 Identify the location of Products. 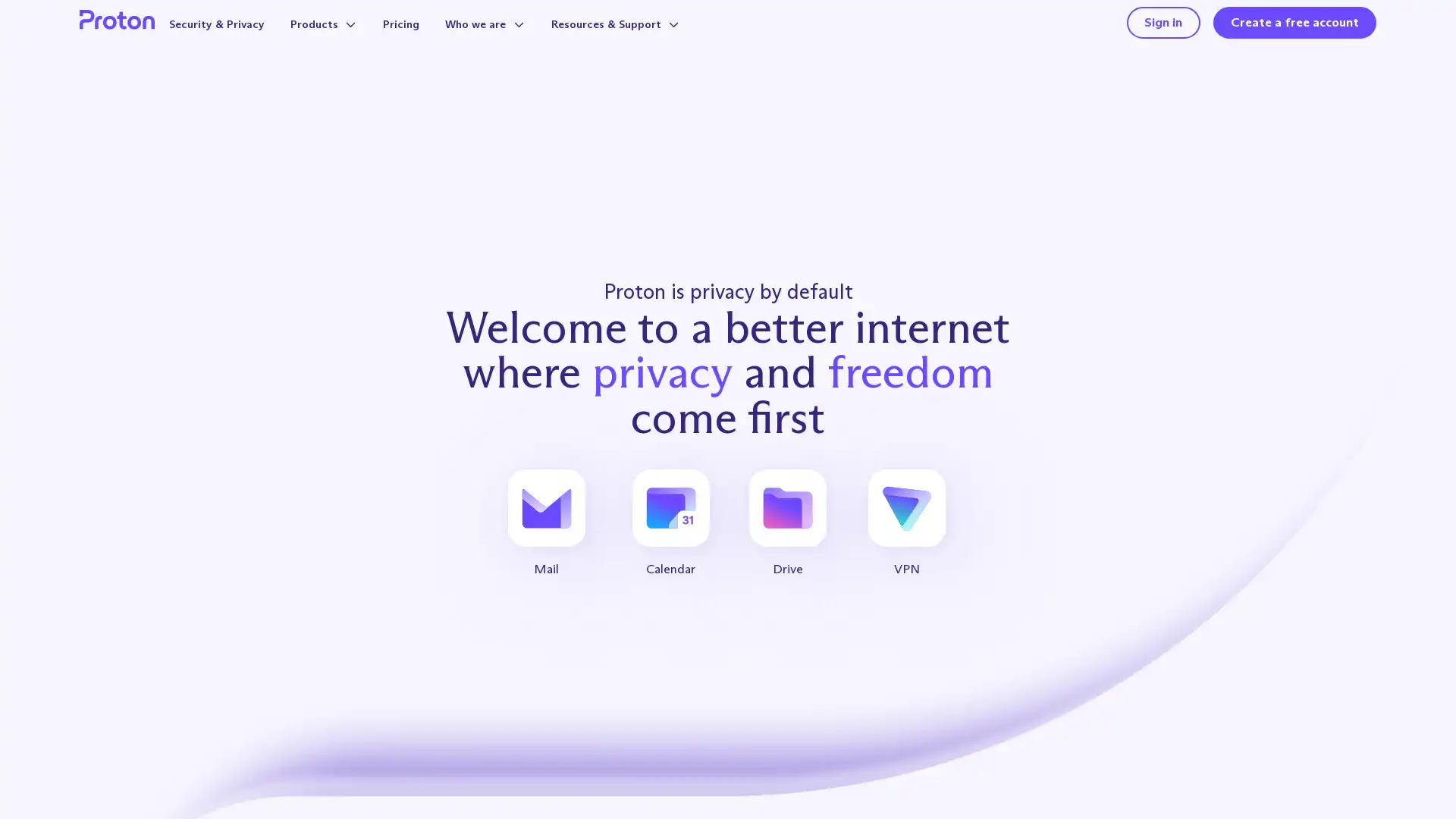
(344, 39).